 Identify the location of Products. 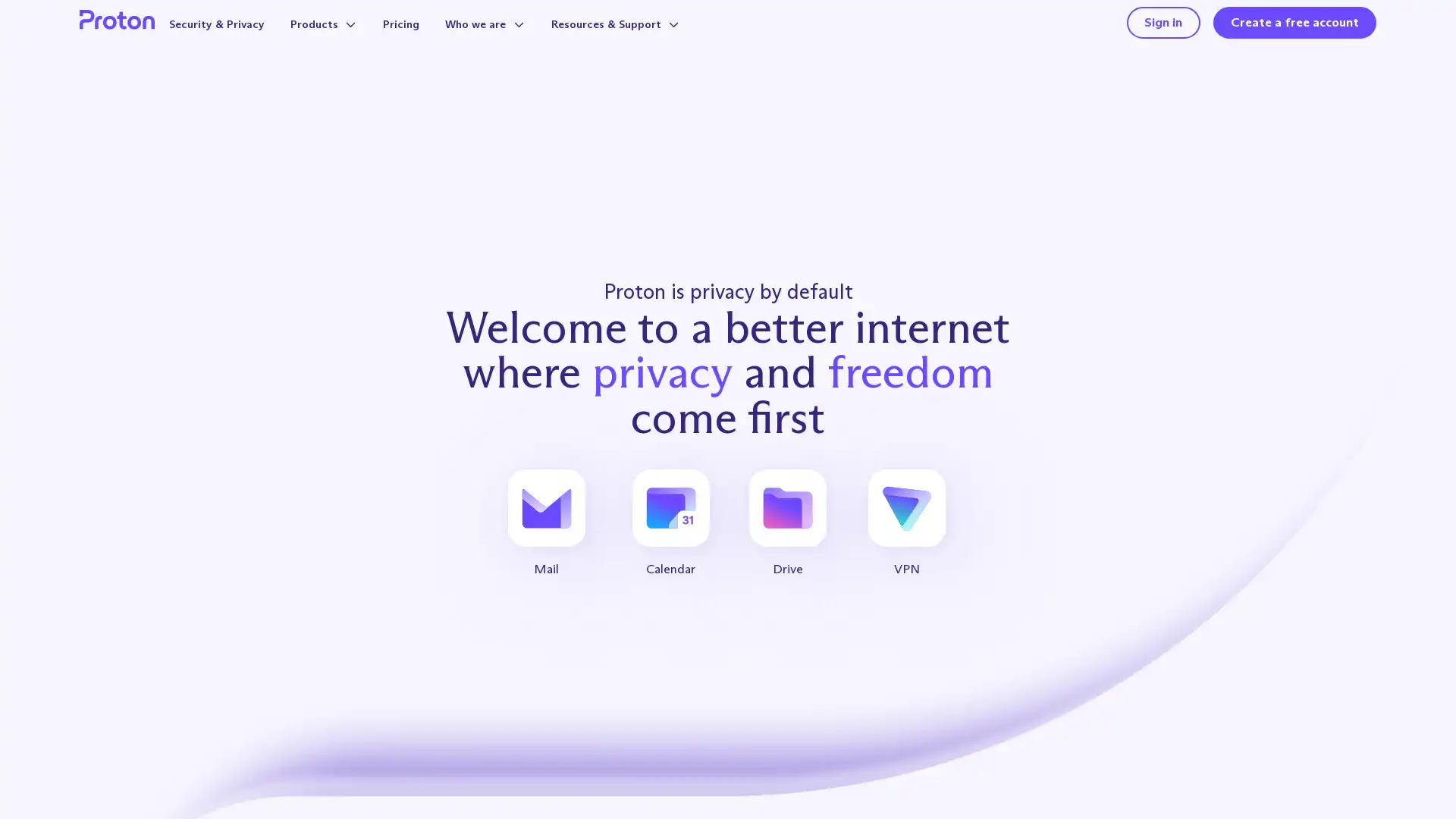
(344, 39).